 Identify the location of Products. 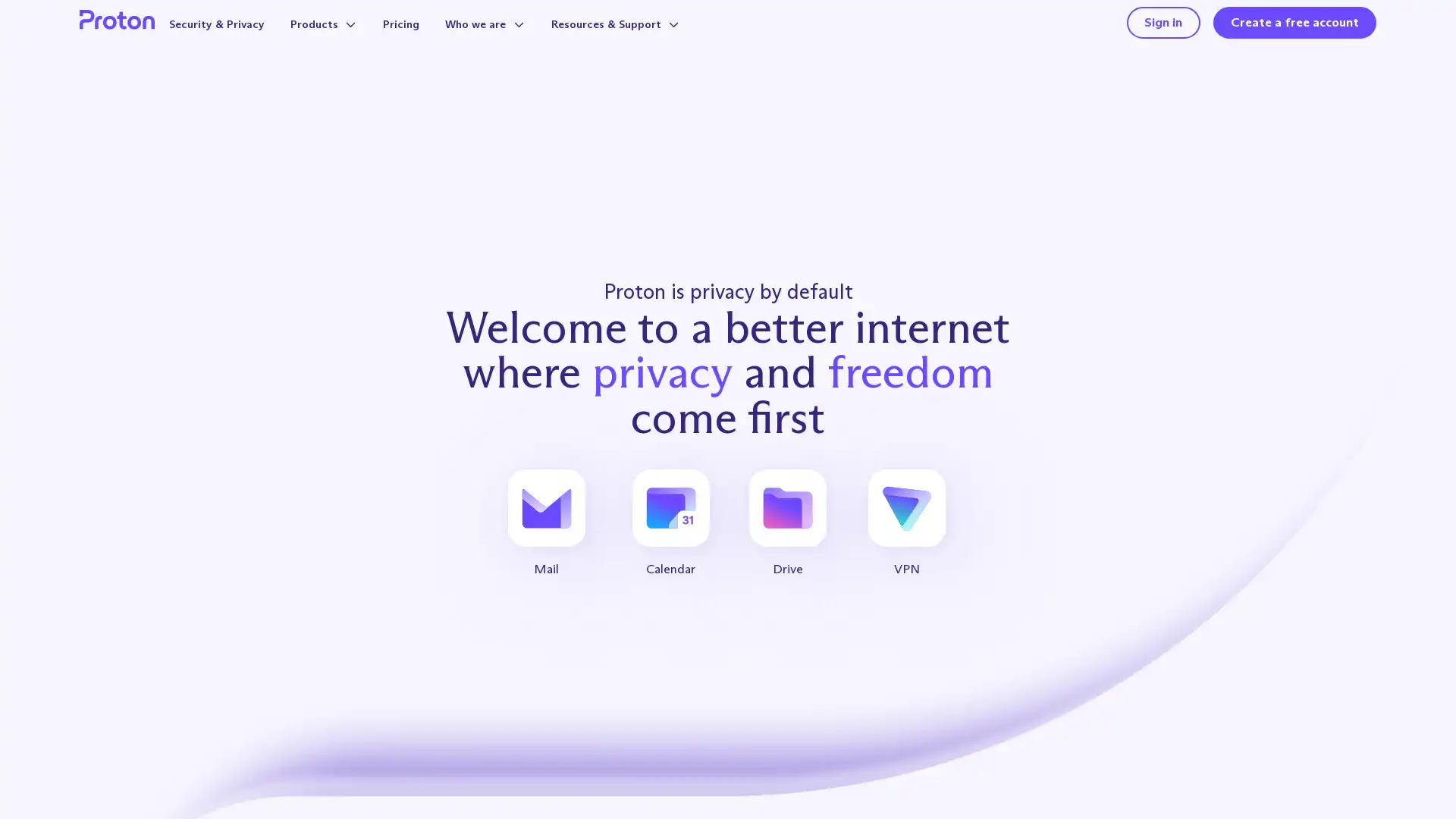
(344, 39).